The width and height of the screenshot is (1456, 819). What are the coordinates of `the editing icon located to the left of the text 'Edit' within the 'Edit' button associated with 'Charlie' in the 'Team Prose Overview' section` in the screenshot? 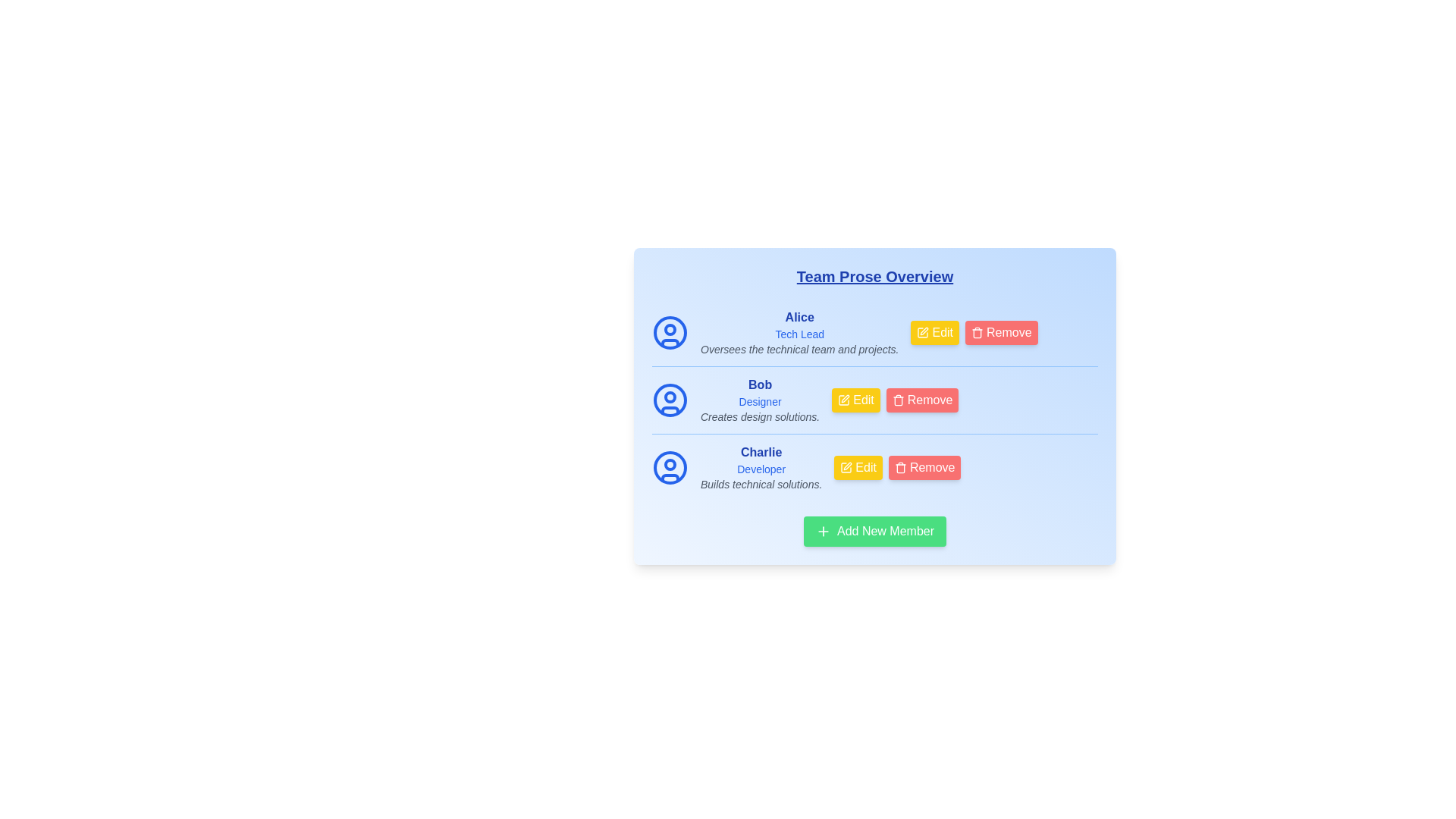 It's located at (846, 467).